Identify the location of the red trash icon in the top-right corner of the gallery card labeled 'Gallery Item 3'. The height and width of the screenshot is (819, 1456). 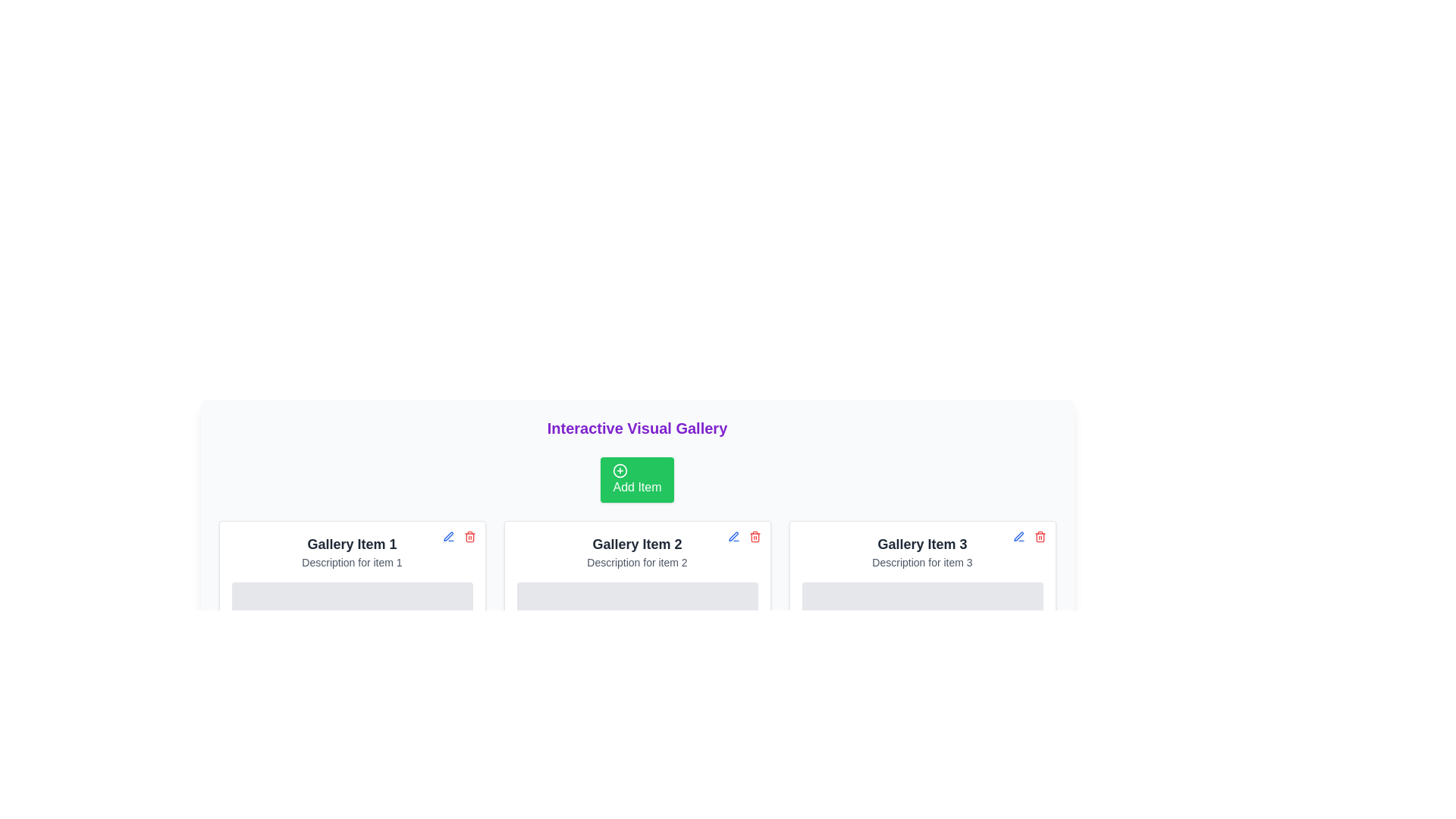
(1029, 536).